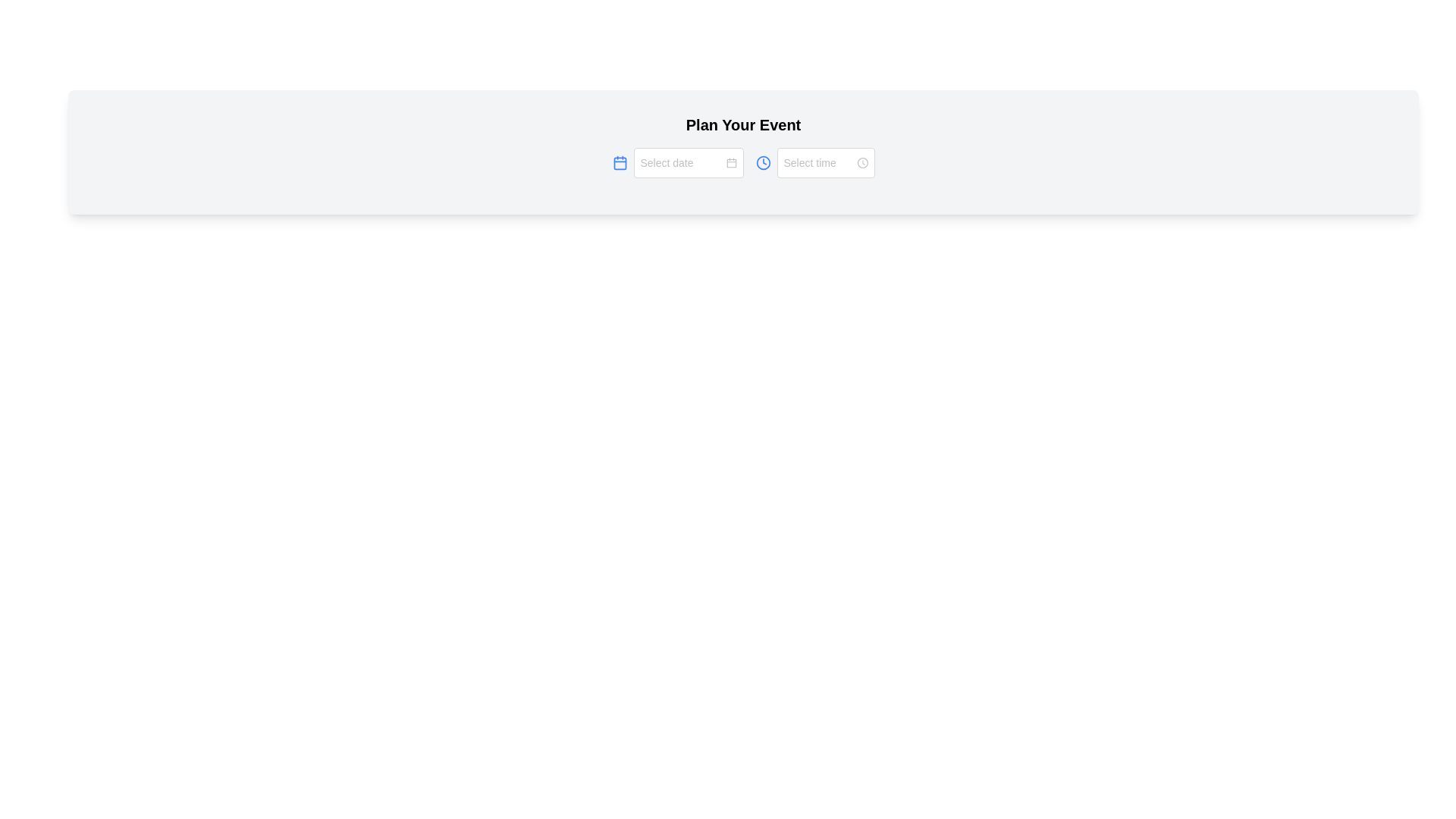 Image resolution: width=1456 pixels, height=819 pixels. What do you see at coordinates (825, 163) in the screenshot?
I see `the Dropdown time picker input field, which is a rectangular field with a clock icon and placeholder text 'Select time'` at bounding box center [825, 163].